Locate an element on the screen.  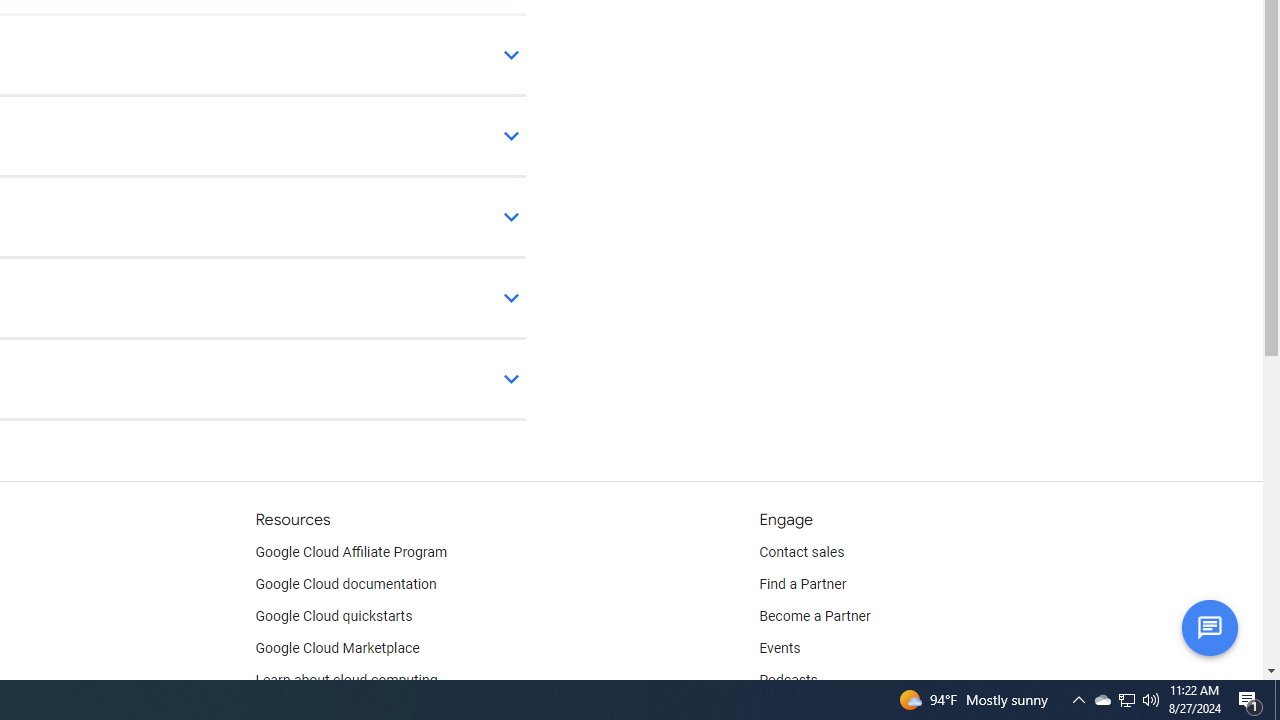
'Become a Partner' is located at coordinates (814, 616).